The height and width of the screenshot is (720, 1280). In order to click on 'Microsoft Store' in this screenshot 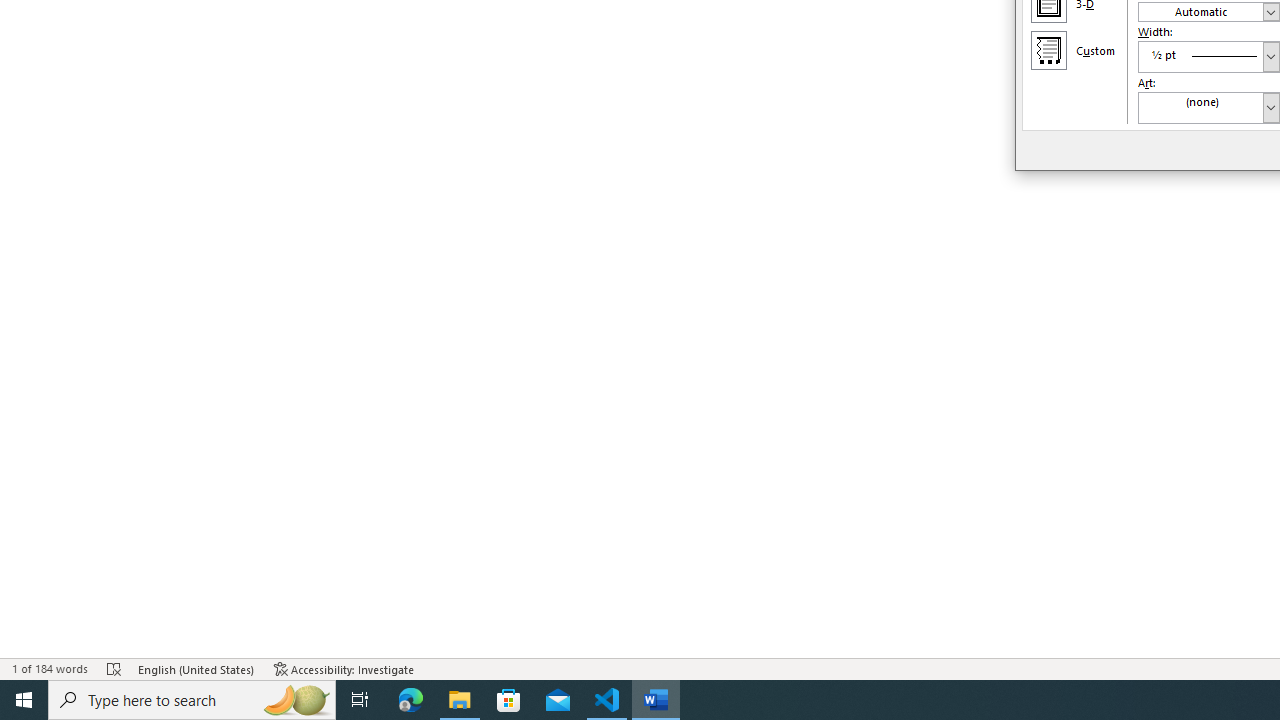, I will do `click(509, 698)`.